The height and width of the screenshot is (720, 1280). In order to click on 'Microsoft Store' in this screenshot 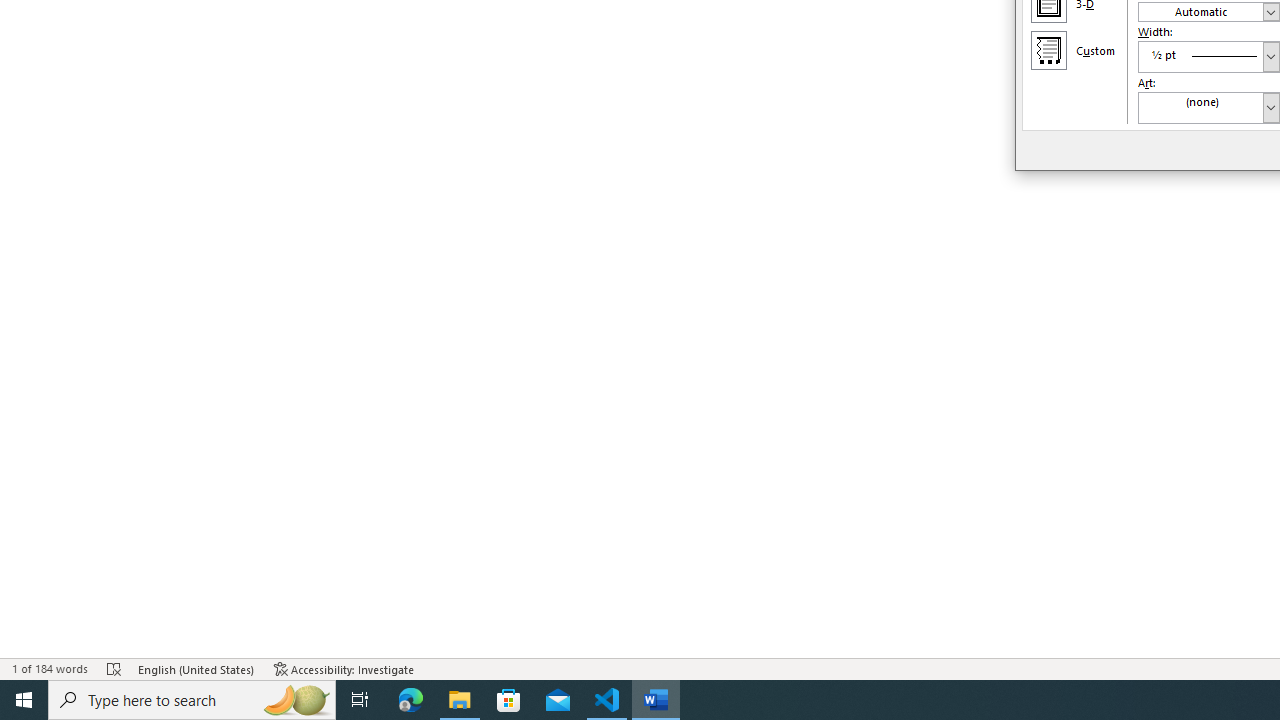, I will do `click(509, 698)`.